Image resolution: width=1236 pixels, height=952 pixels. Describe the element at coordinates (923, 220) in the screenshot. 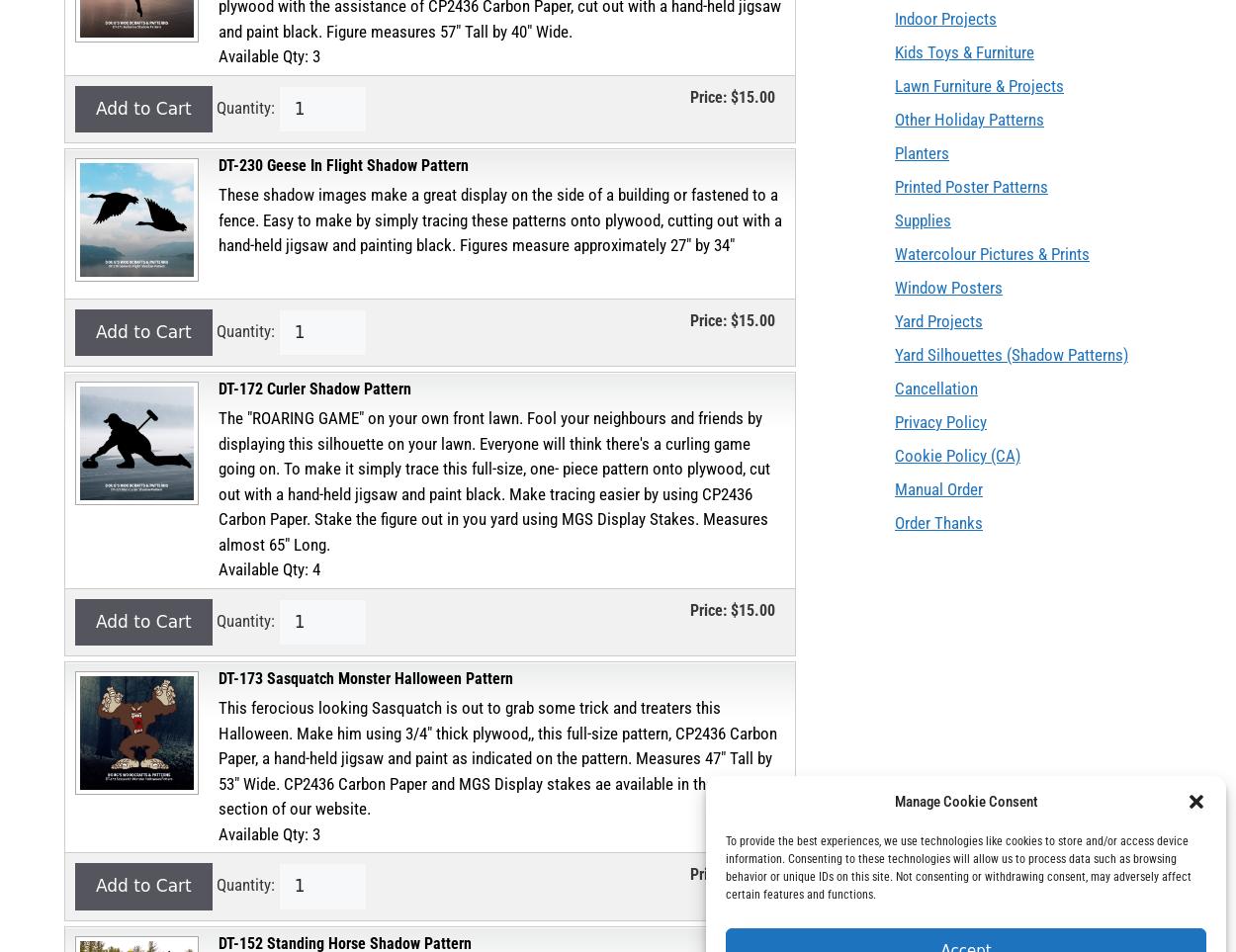

I see `'Supplies'` at that location.